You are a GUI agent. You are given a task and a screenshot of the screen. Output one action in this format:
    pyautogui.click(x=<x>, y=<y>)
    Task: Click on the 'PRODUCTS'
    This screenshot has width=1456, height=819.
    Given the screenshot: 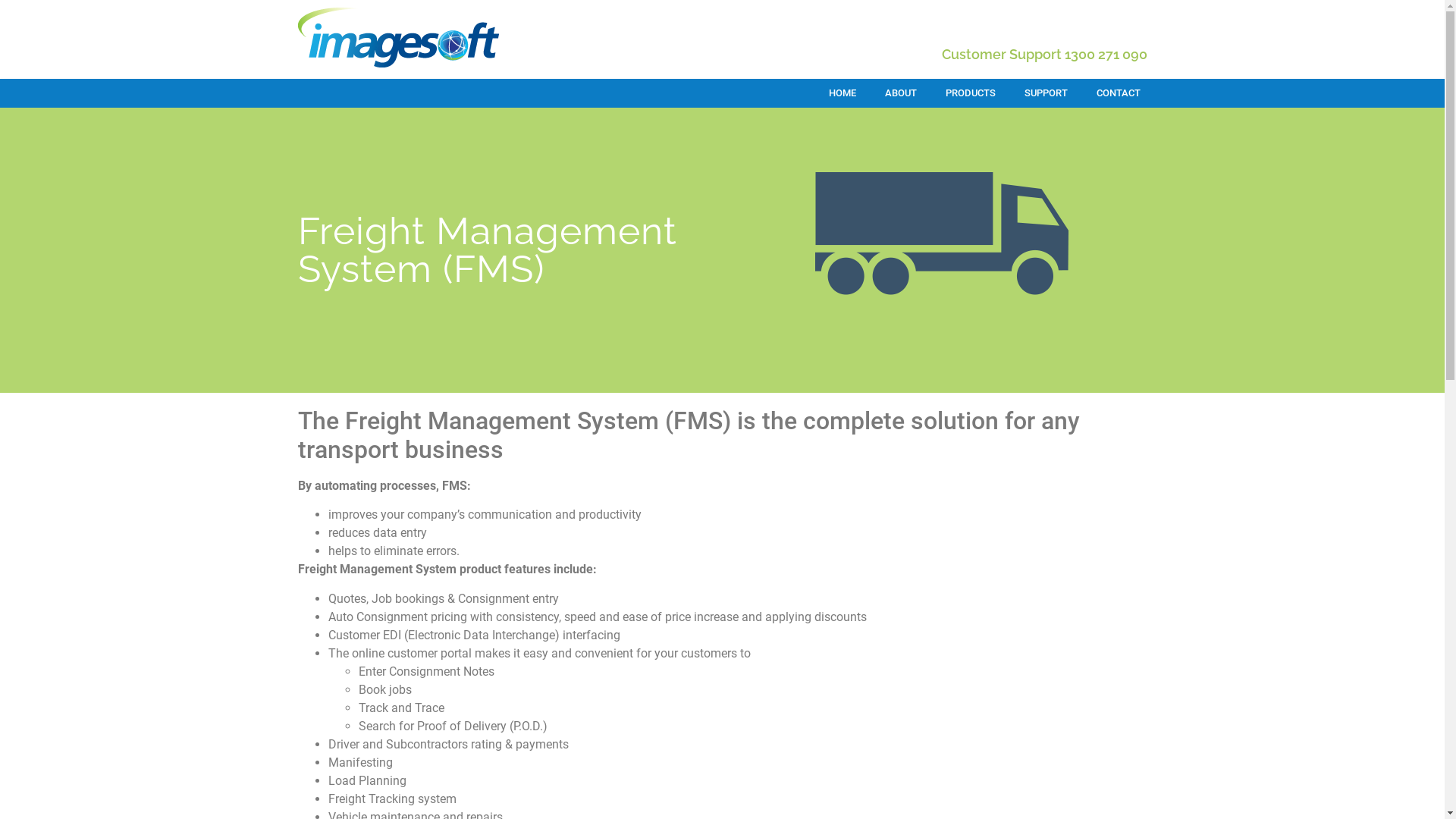 What is the action you would take?
    pyautogui.click(x=971, y=93)
    